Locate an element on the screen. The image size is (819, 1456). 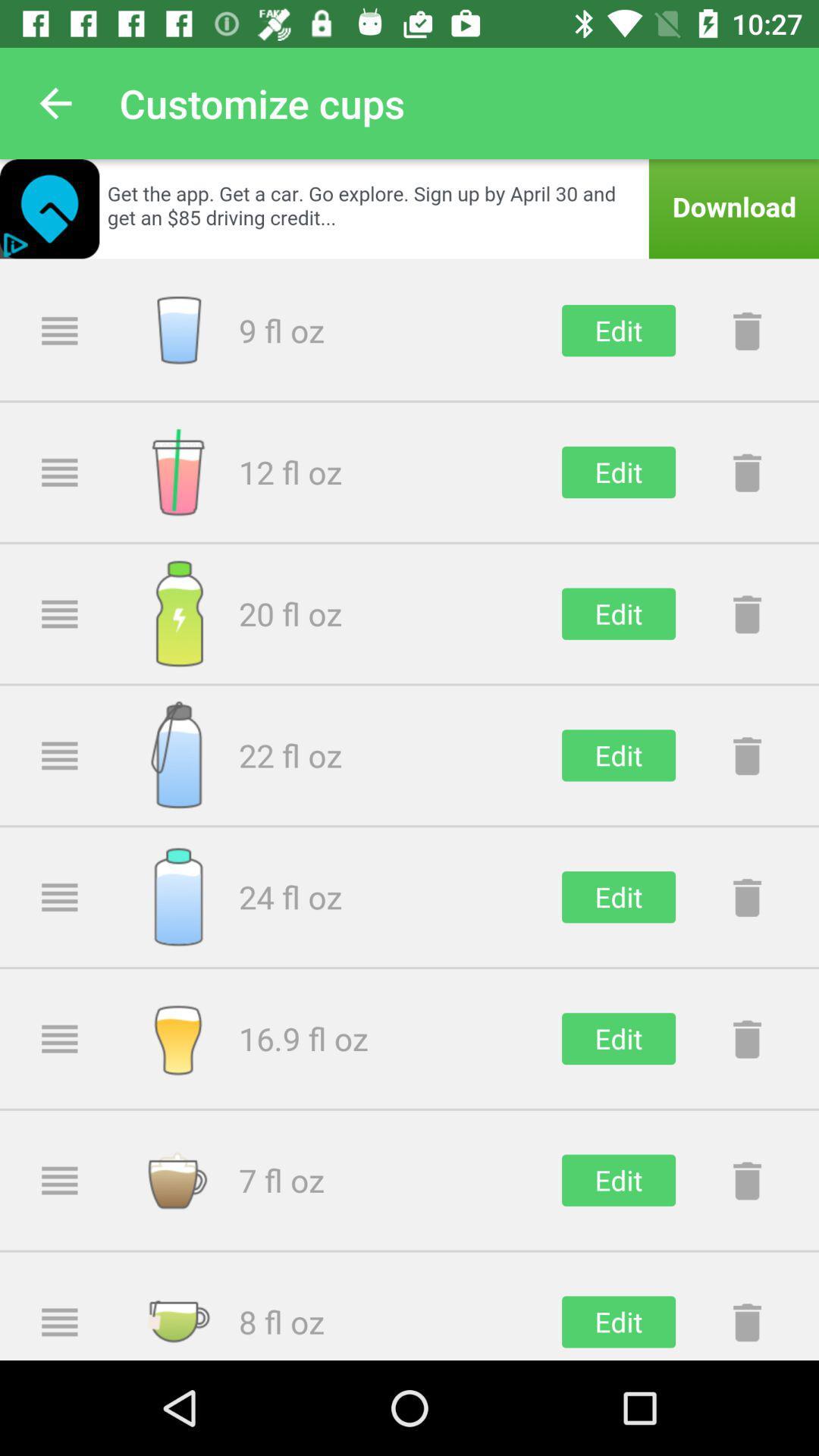
open the advertisement is located at coordinates (409, 208).